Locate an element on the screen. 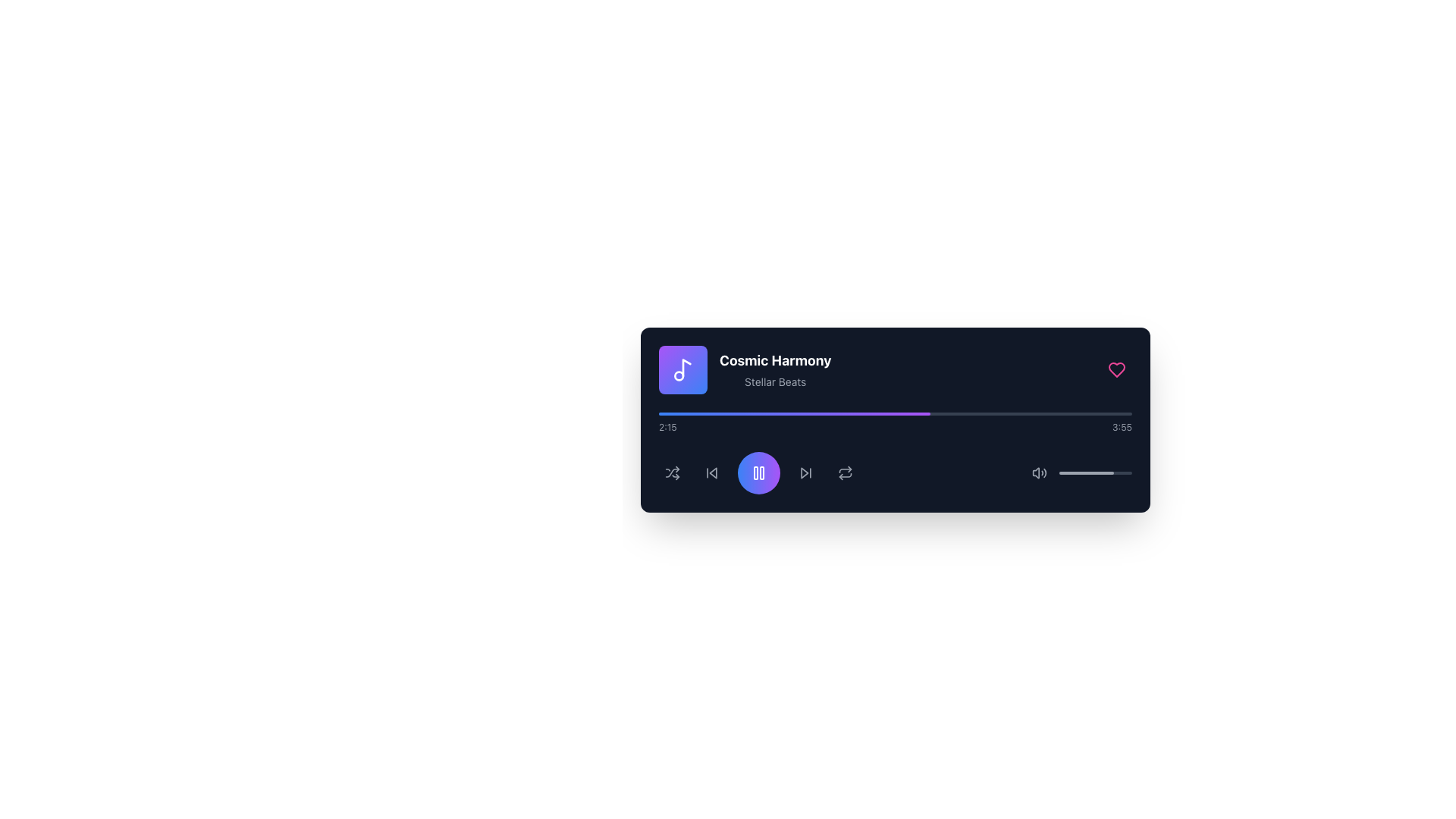  the album art icon for the track 'Cosmic Harmony' is located at coordinates (682, 370).